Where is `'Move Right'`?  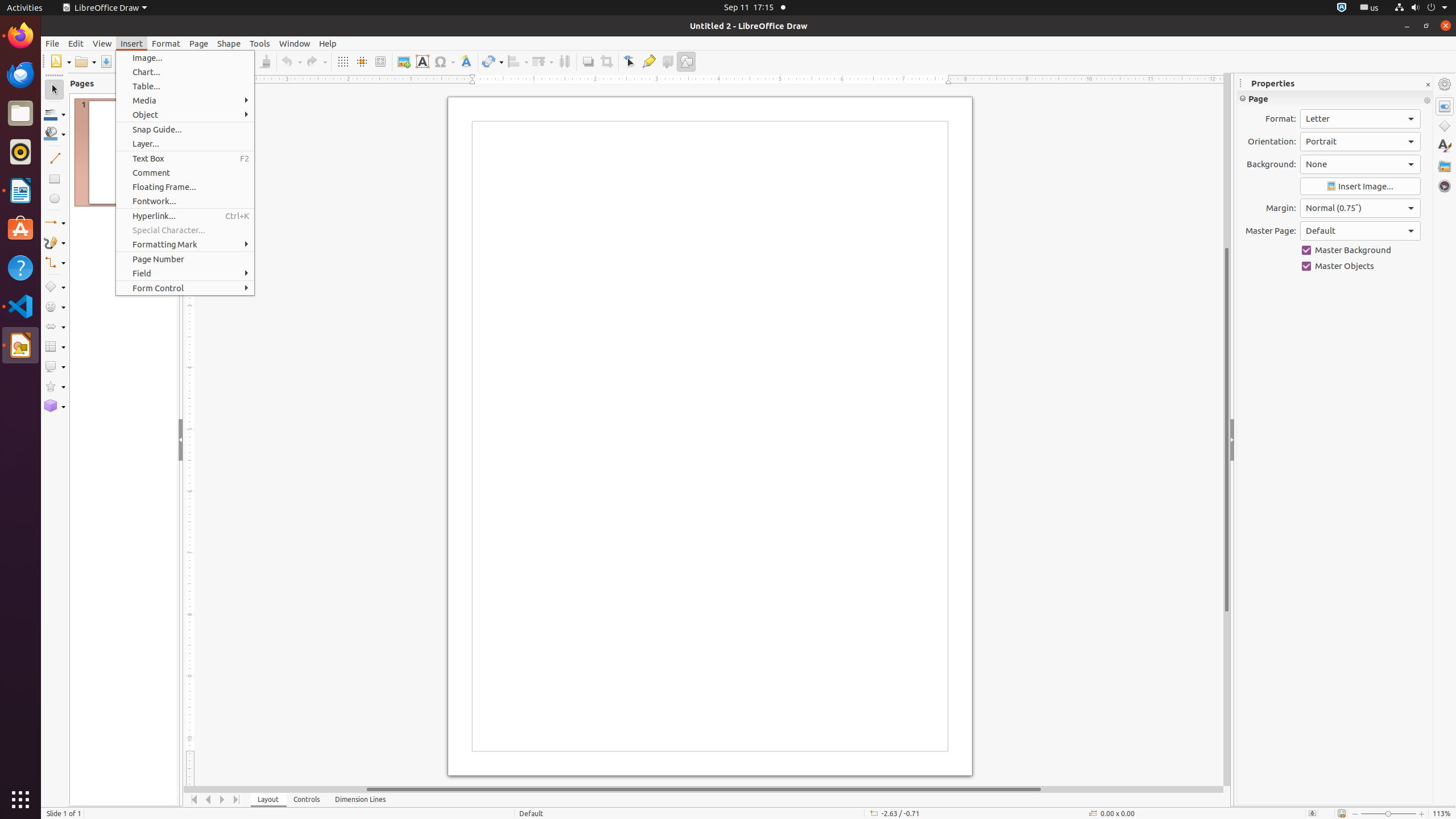 'Move Right' is located at coordinates (222, 799).